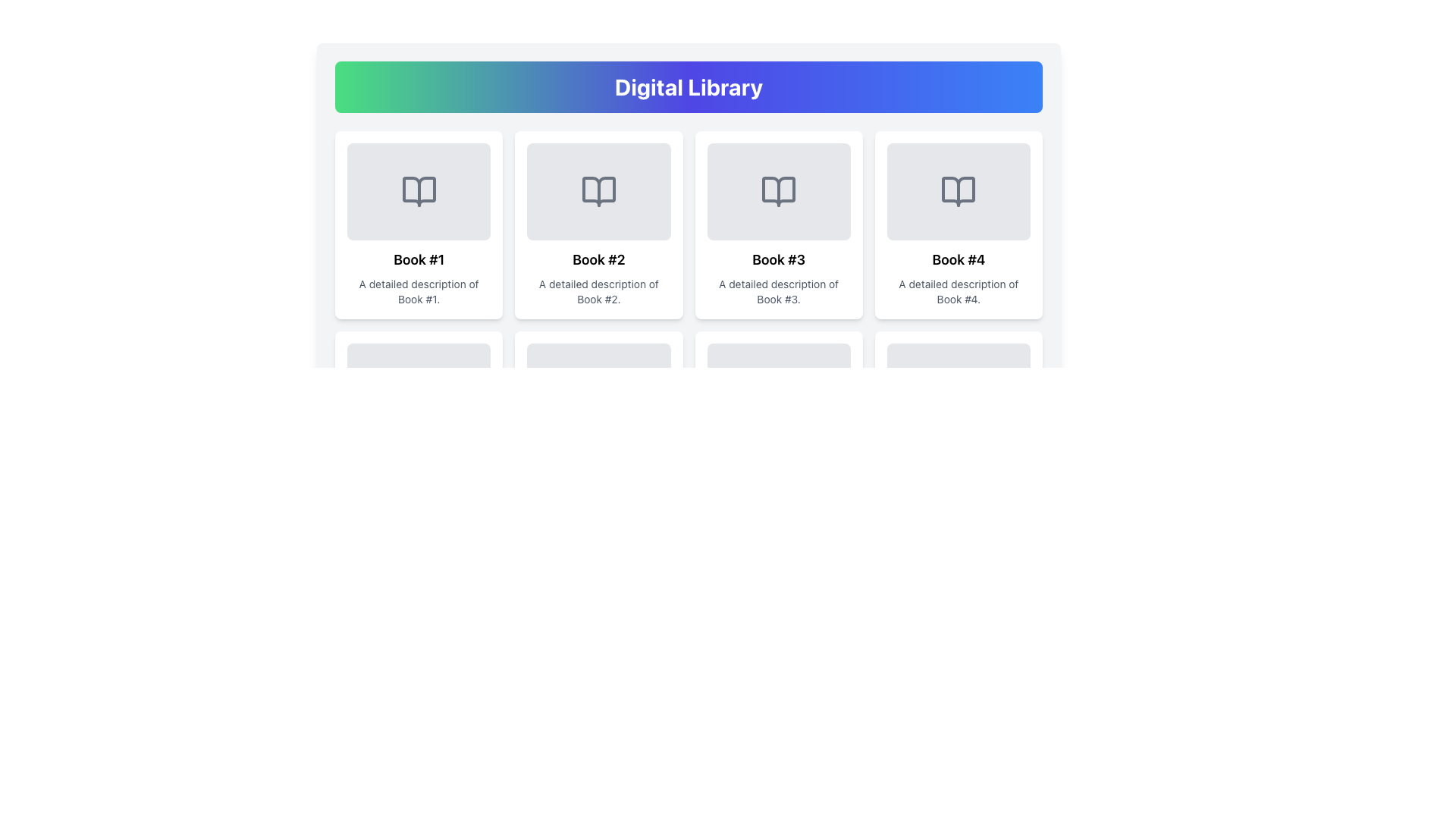 The width and height of the screenshot is (1456, 819). Describe the element at coordinates (779, 292) in the screenshot. I see `the static text display element containing the phrase 'A detailed description of Book #3' located within the card for 'Book #3' in the 'Digital Library' grid` at that location.